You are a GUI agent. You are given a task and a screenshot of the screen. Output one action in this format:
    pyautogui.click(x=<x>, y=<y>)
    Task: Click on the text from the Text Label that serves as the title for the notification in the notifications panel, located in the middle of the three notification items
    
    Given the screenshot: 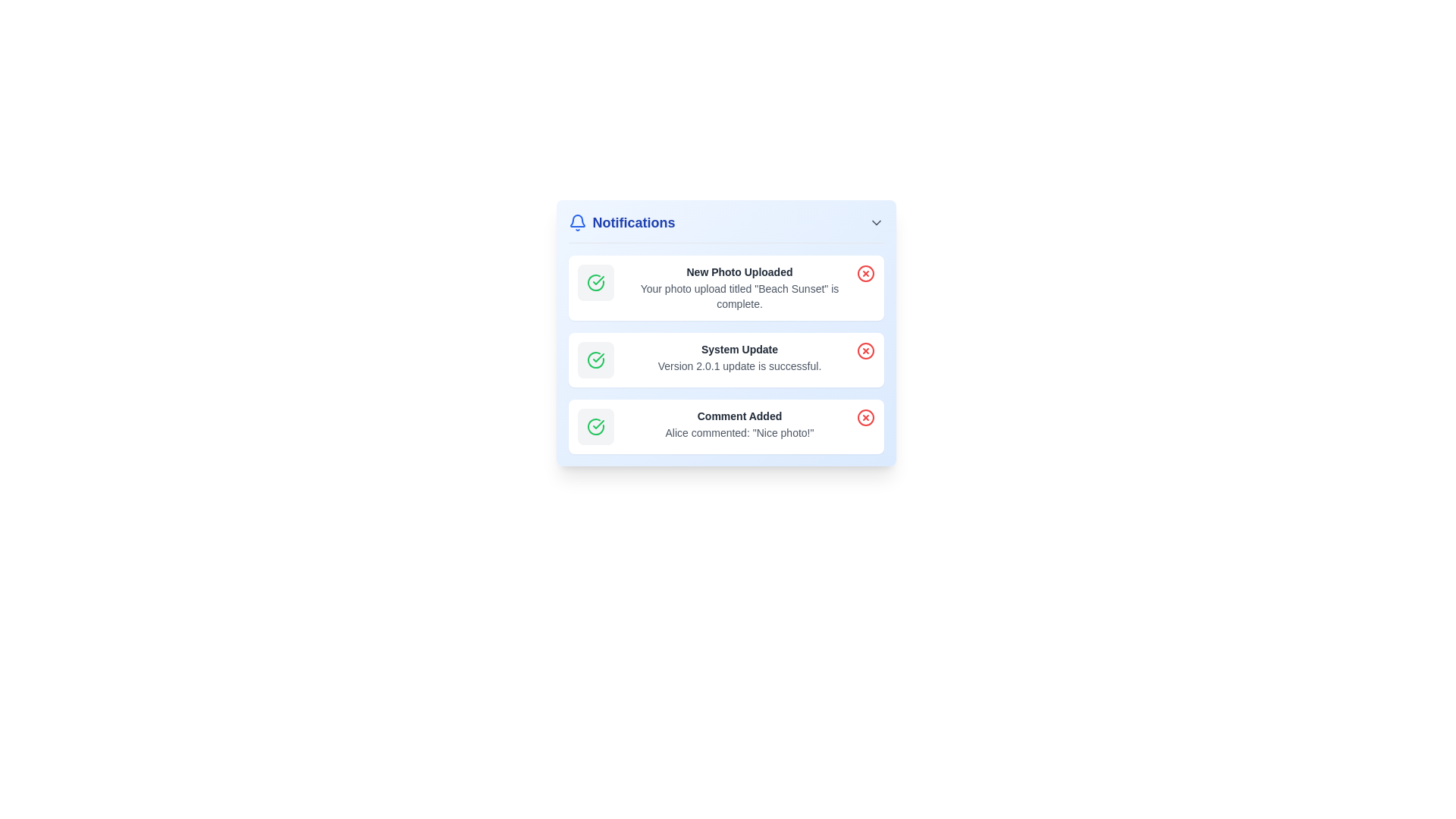 What is the action you would take?
    pyautogui.click(x=739, y=350)
    